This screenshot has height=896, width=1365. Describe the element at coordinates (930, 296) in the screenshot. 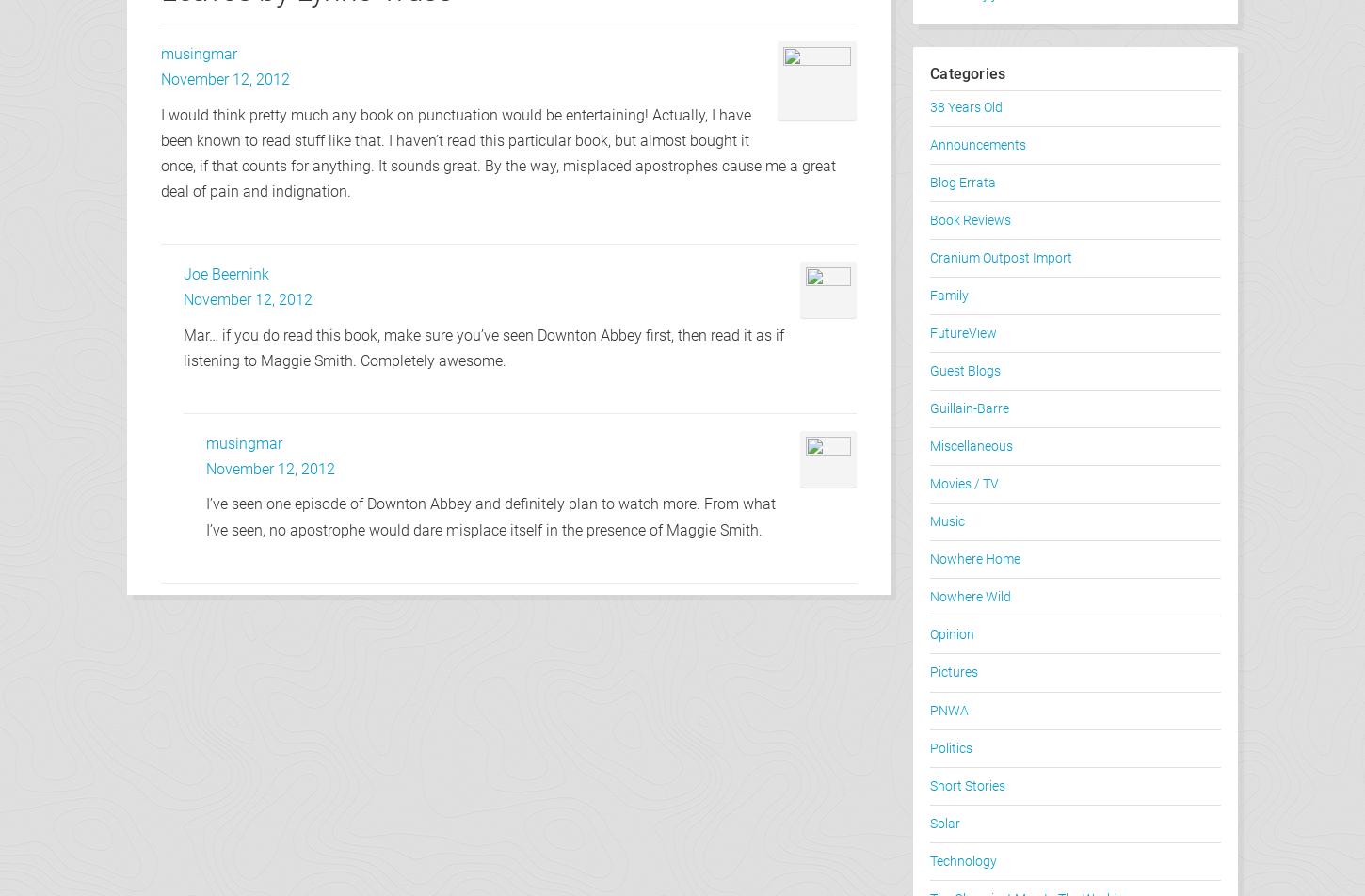

I see `'Family'` at that location.